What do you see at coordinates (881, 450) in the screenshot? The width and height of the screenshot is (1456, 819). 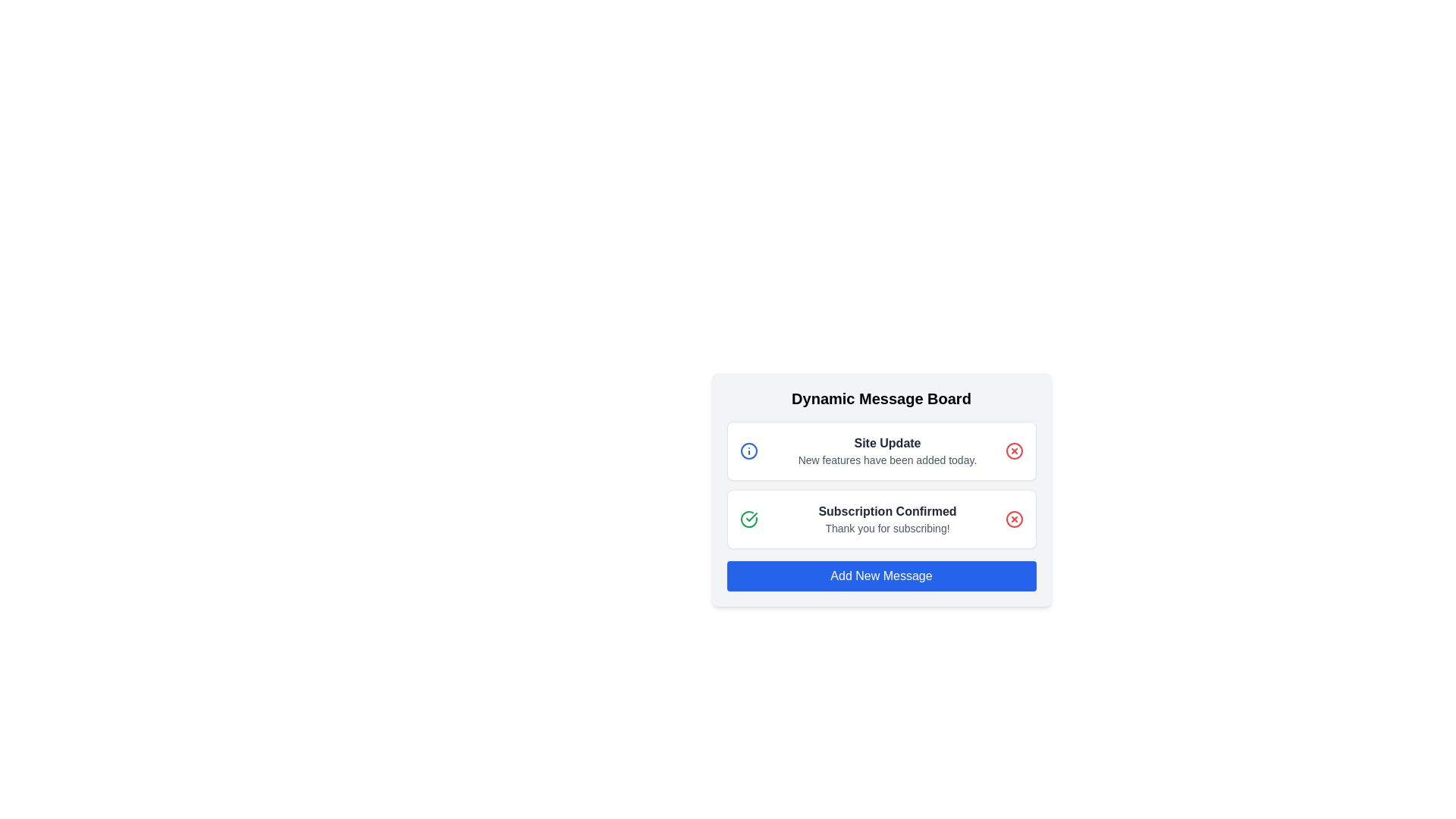 I see `the first notification box titled 'Site Update' in the 'Dynamic Message Board', which contains a description of new features and a red close button` at bounding box center [881, 450].